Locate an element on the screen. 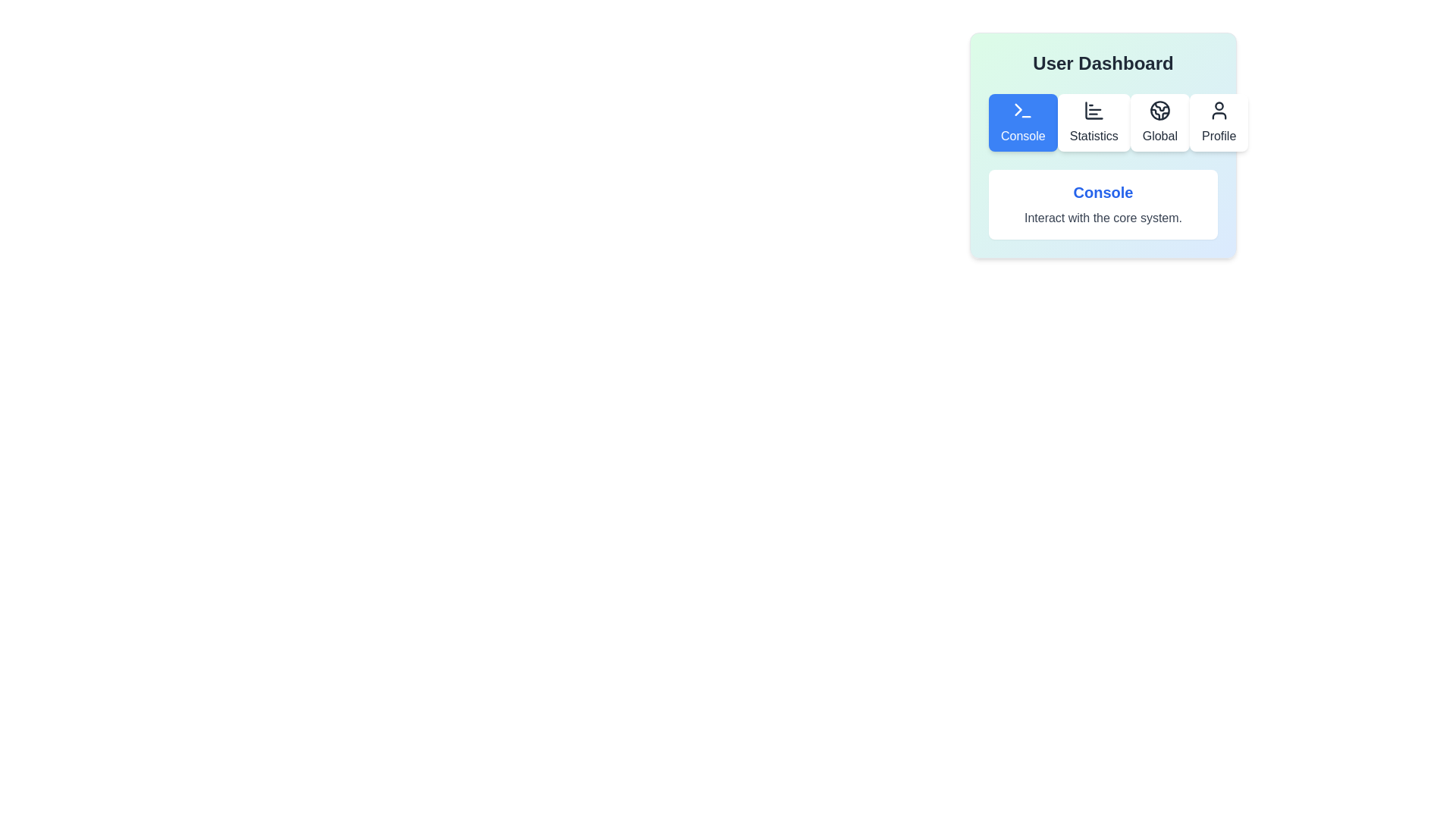  the Global tab is located at coordinates (1159, 122).